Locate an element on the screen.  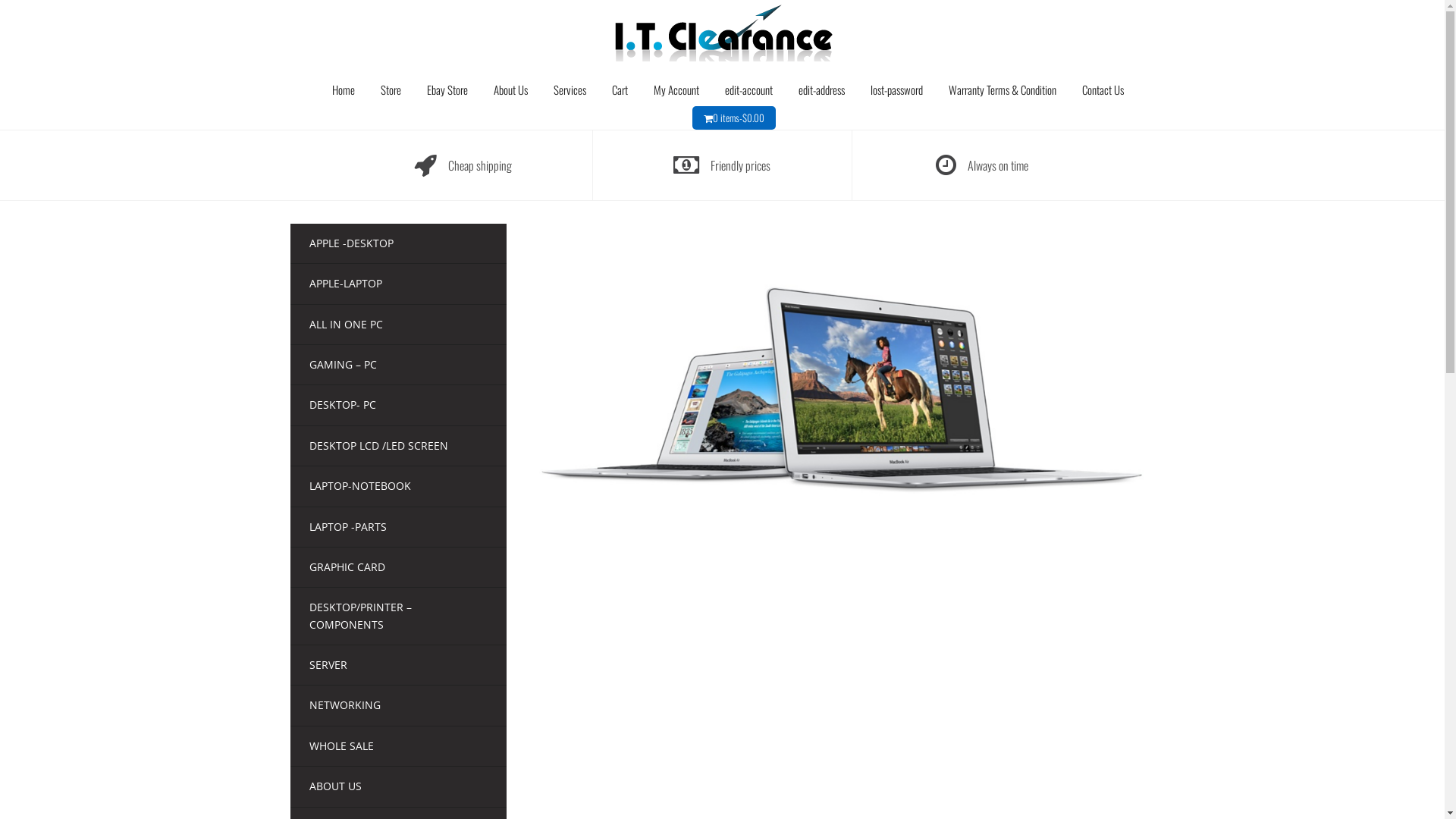
'Warranty Terms & Condition' is located at coordinates (1002, 89).